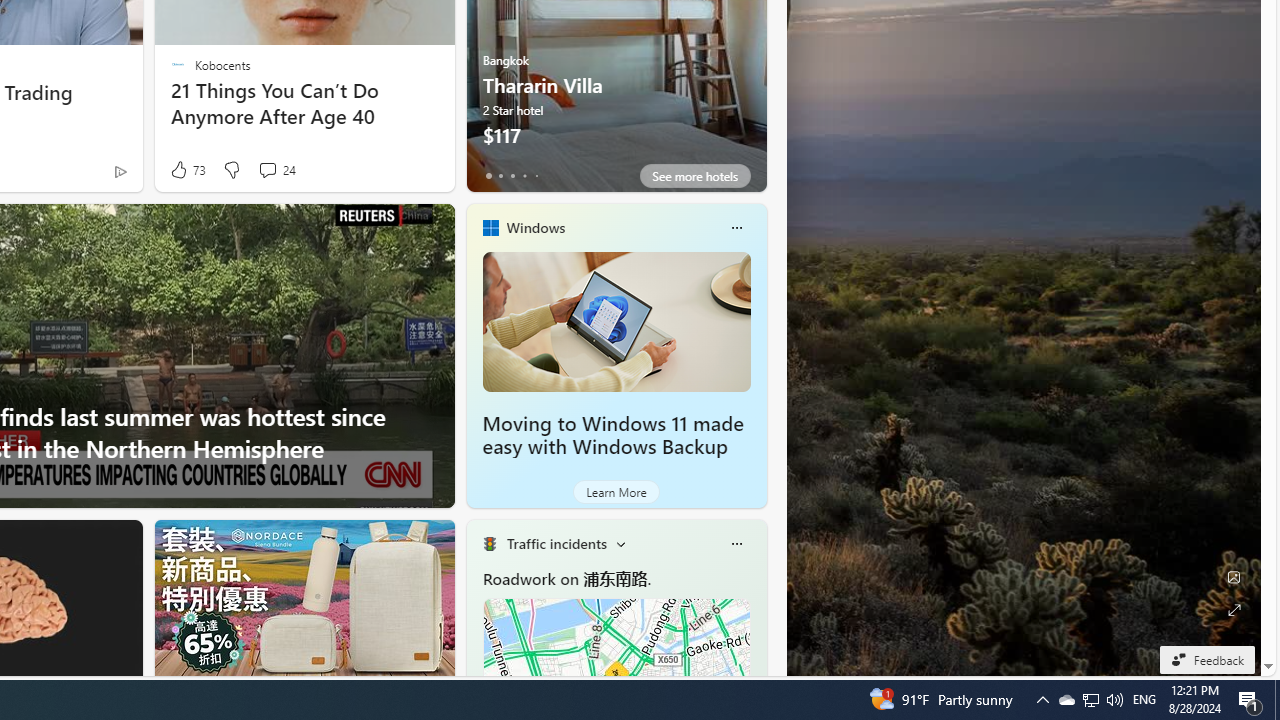  Describe the element at coordinates (536, 175) in the screenshot. I see `'tab-4'` at that location.